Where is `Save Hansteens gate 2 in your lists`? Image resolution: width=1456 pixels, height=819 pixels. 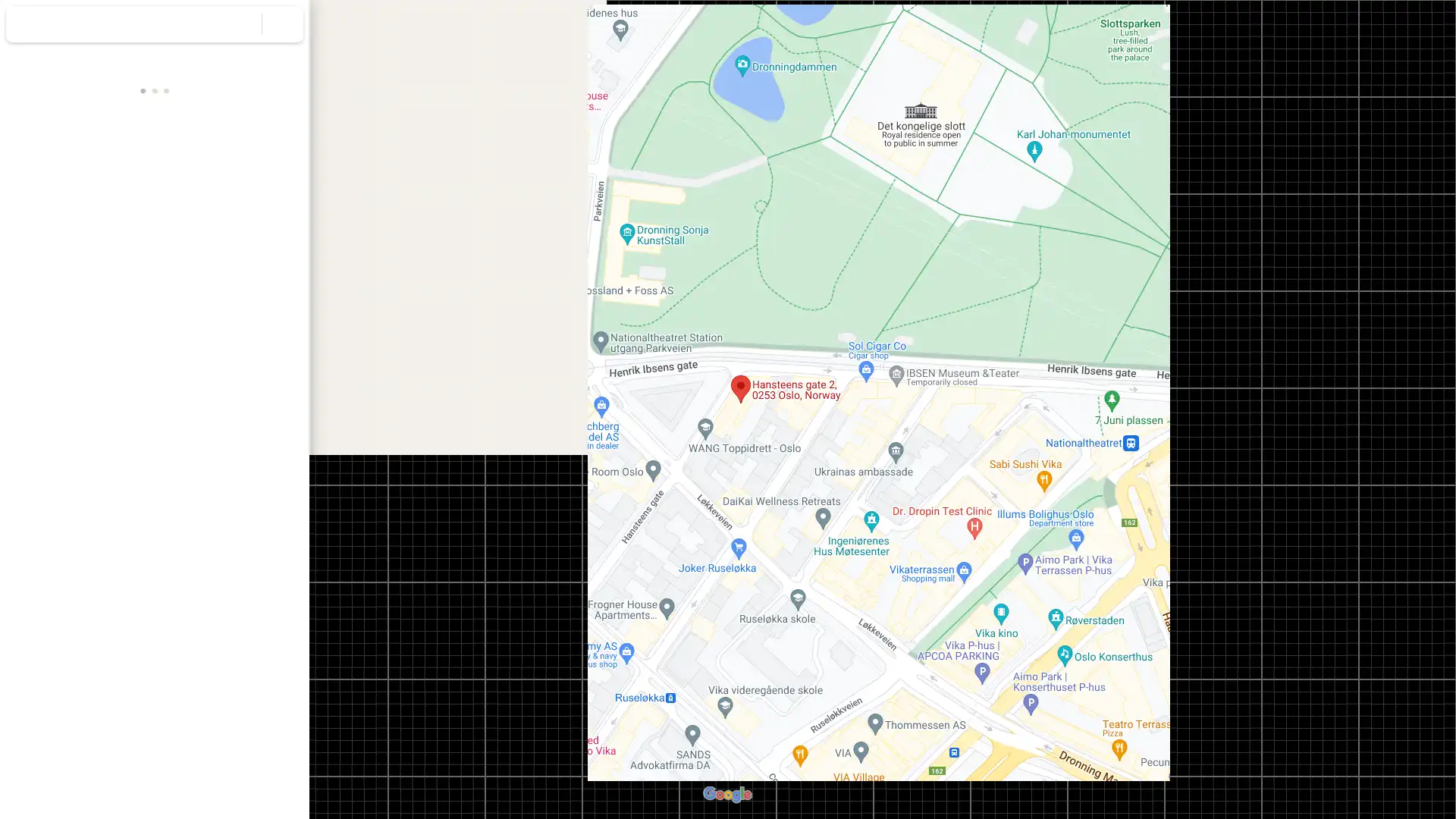
Save Hansteens gate 2 in your lists is located at coordinates (98, 304).